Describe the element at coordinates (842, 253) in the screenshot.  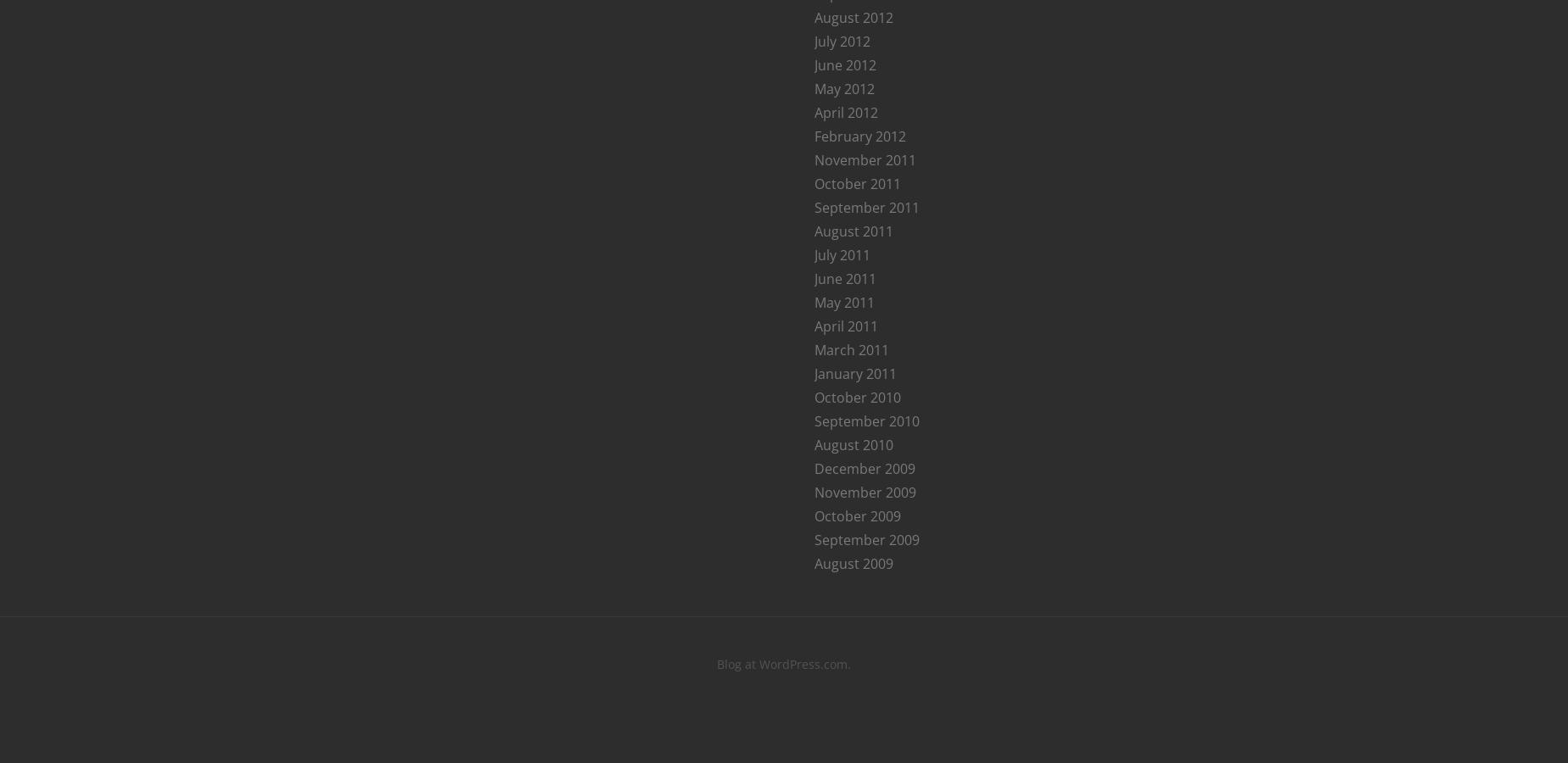
I see `'July 2011'` at that location.